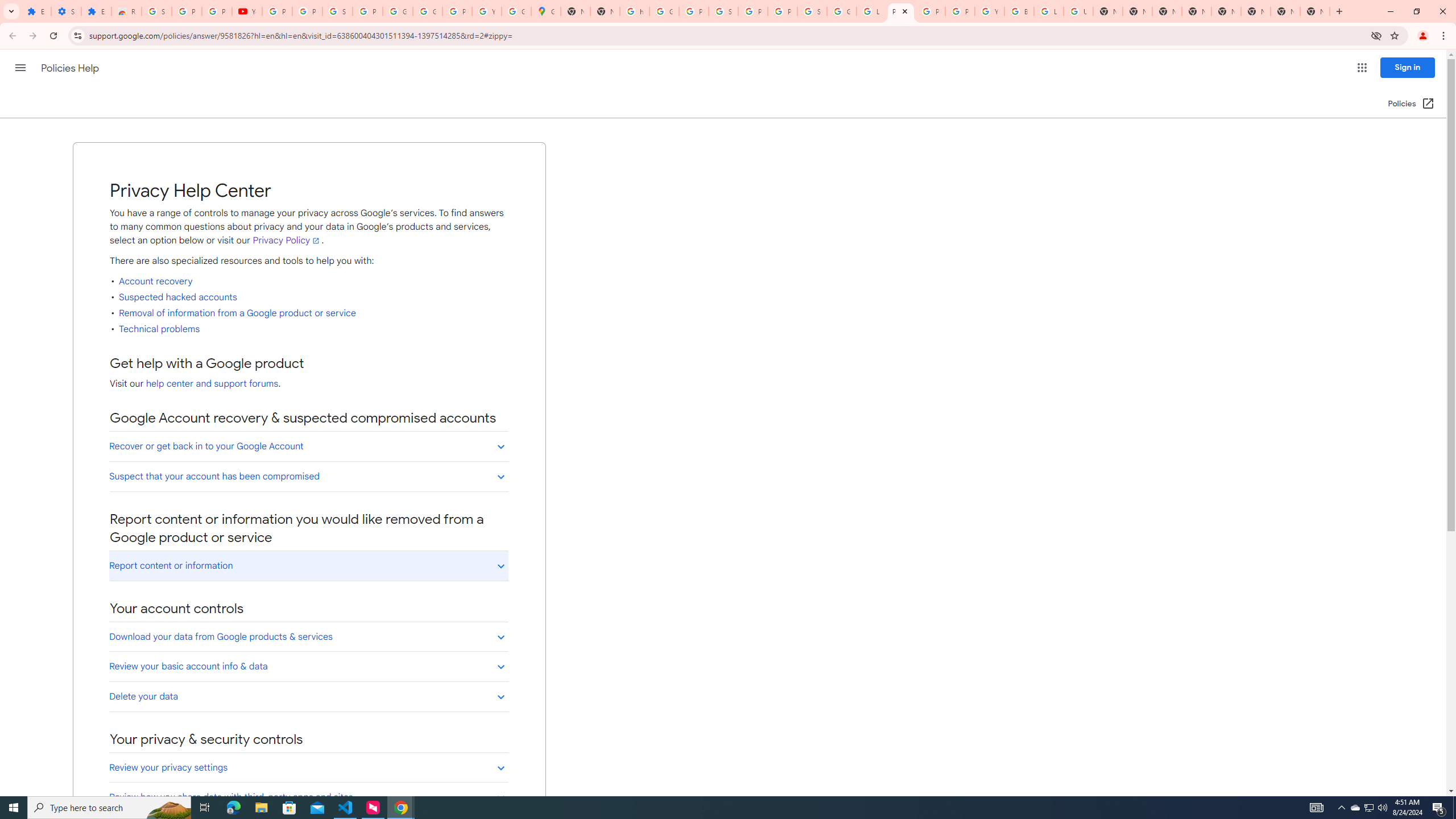 This screenshot has height=819, width=1456. Describe the element at coordinates (1361, 67) in the screenshot. I see `'Google apps'` at that location.